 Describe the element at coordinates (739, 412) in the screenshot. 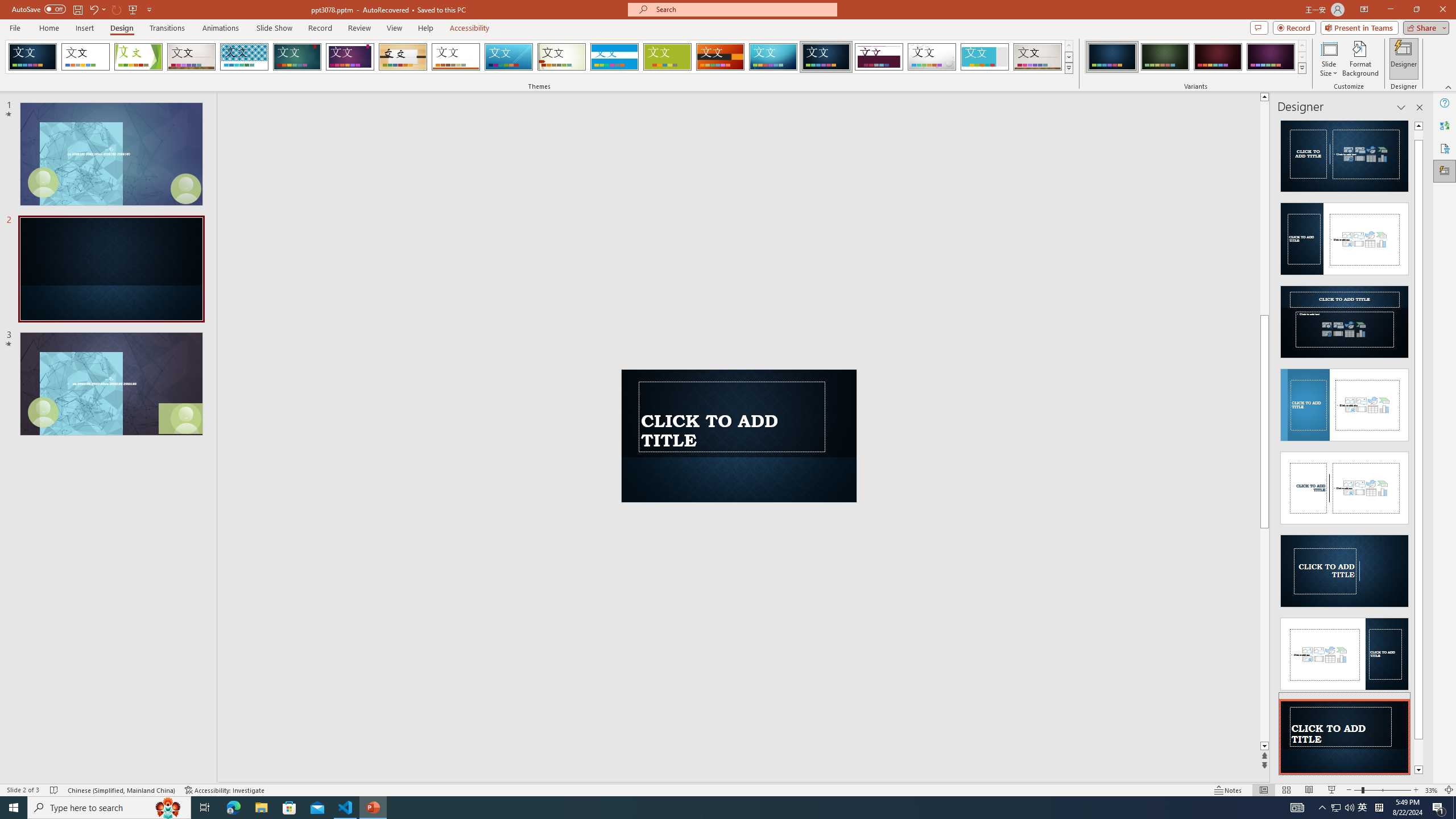

I see `'Decorative Locked'` at that location.